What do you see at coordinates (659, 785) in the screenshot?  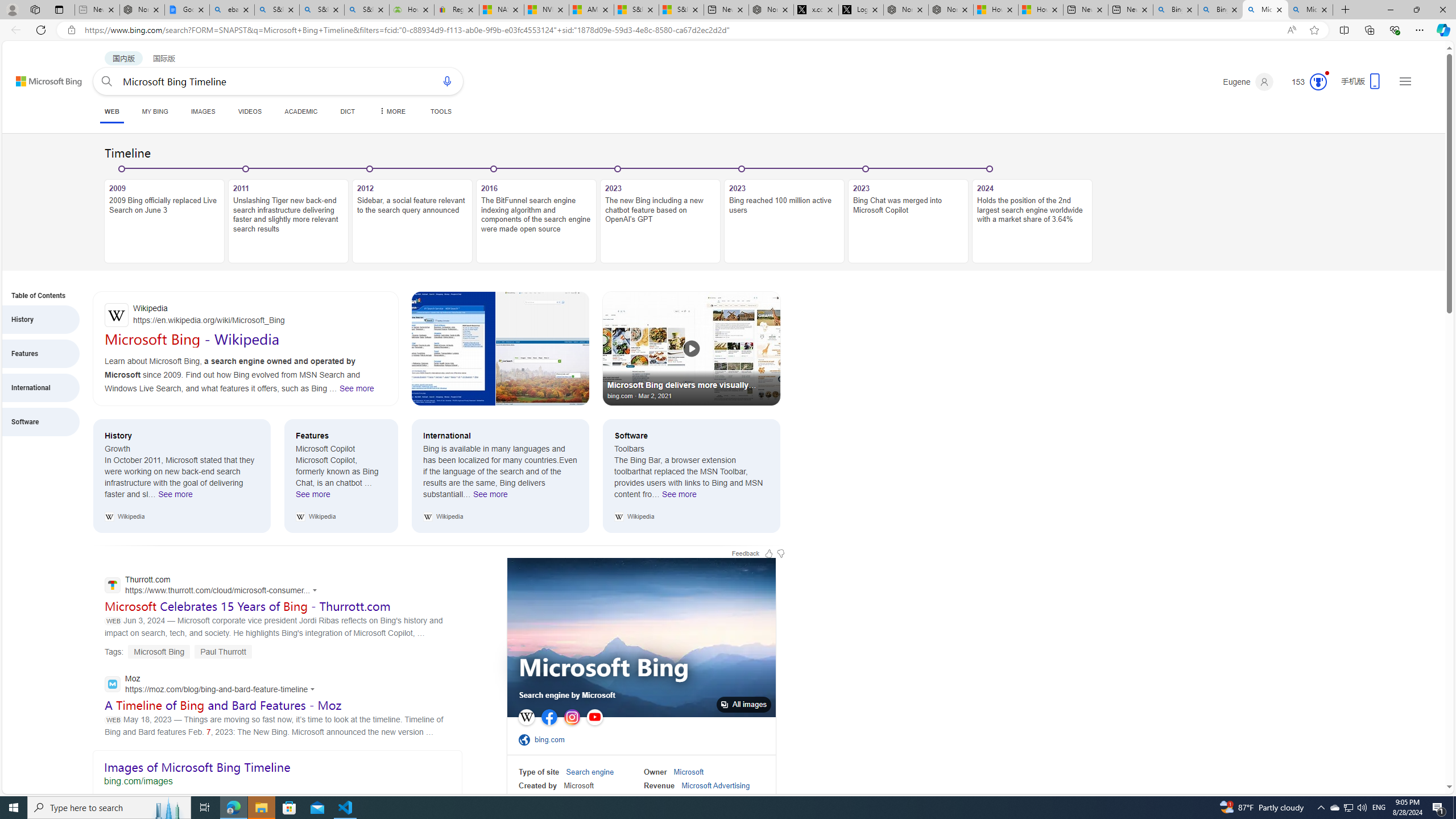 I see `'Revenue'` at bounding box center [659, 785].